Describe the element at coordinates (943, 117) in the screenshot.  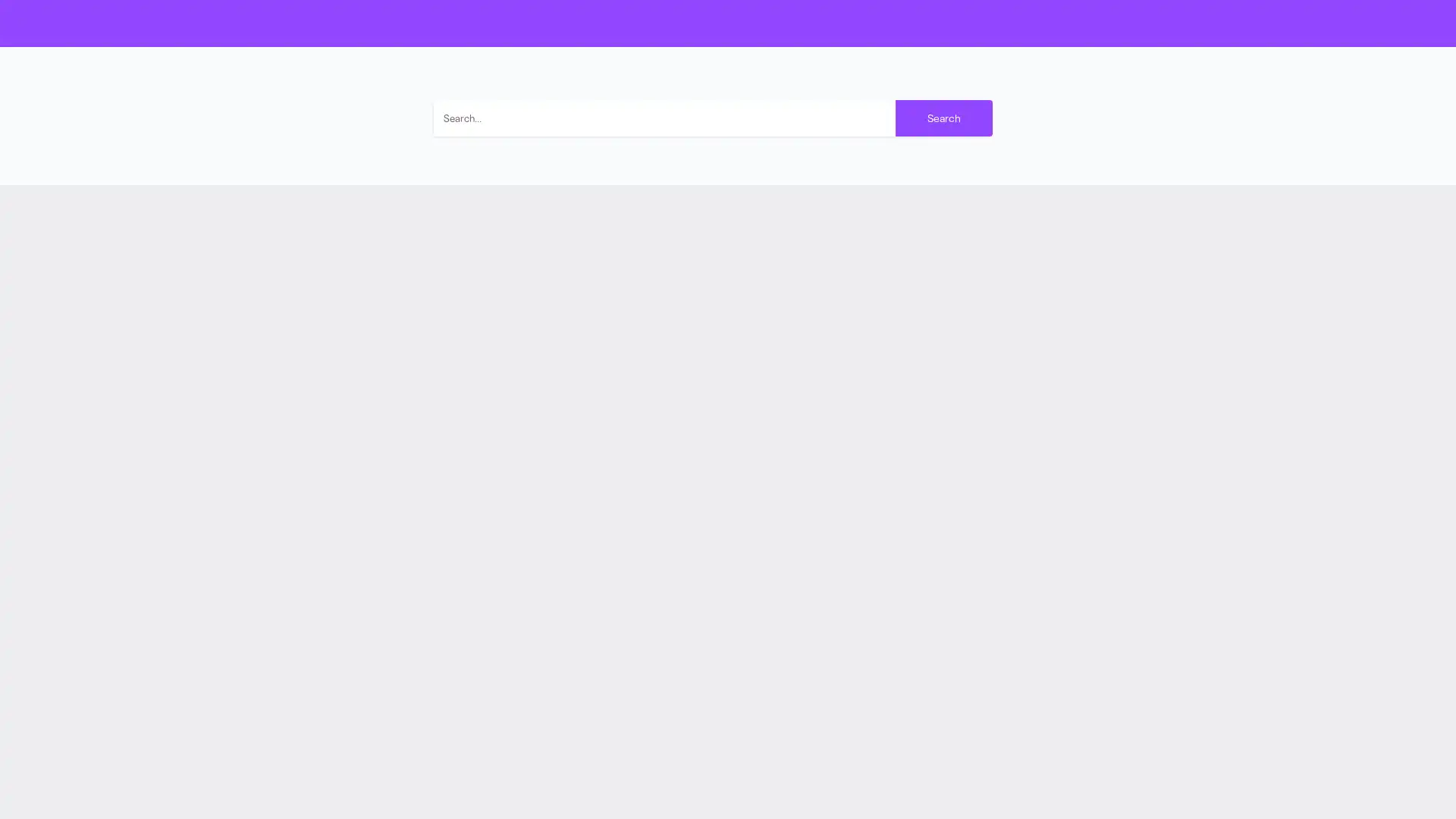
I see `Search` at that location.